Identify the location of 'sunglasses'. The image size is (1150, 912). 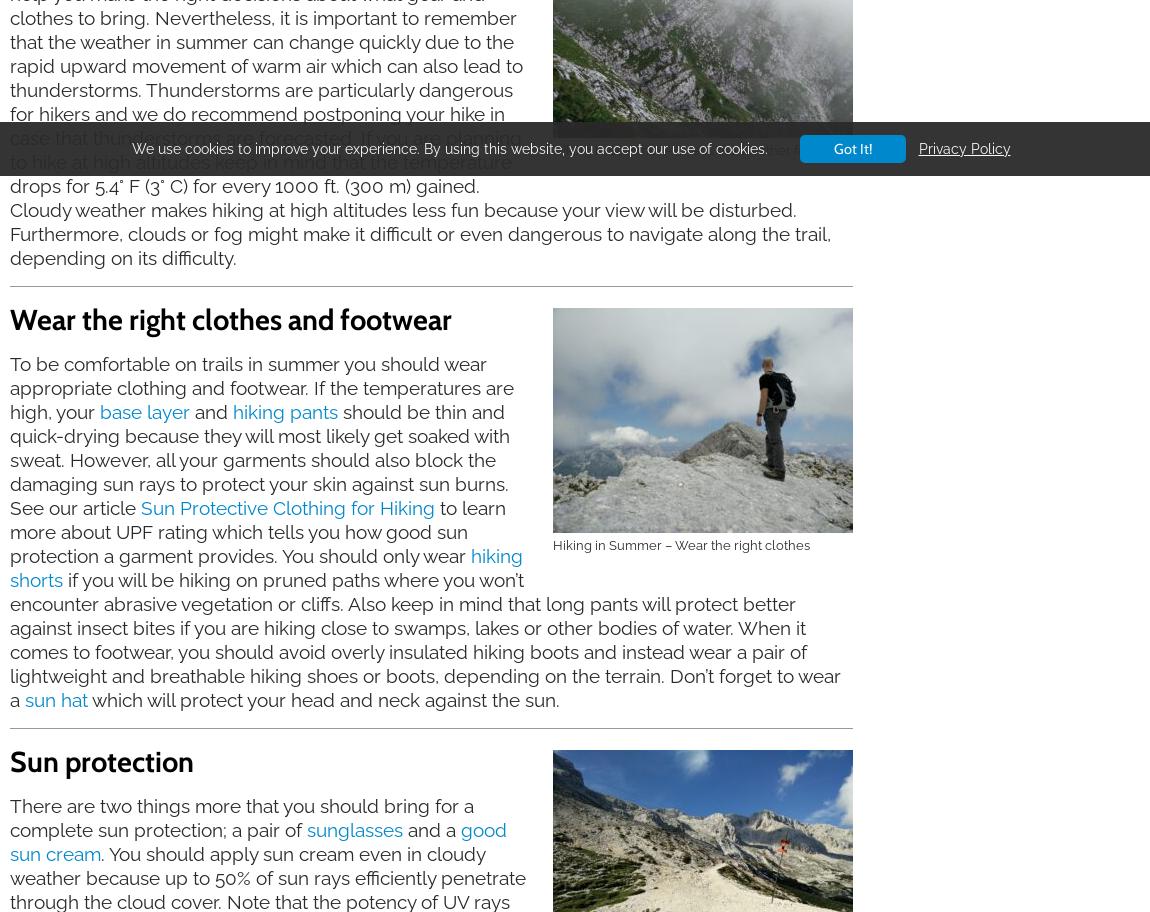
(355, 828).